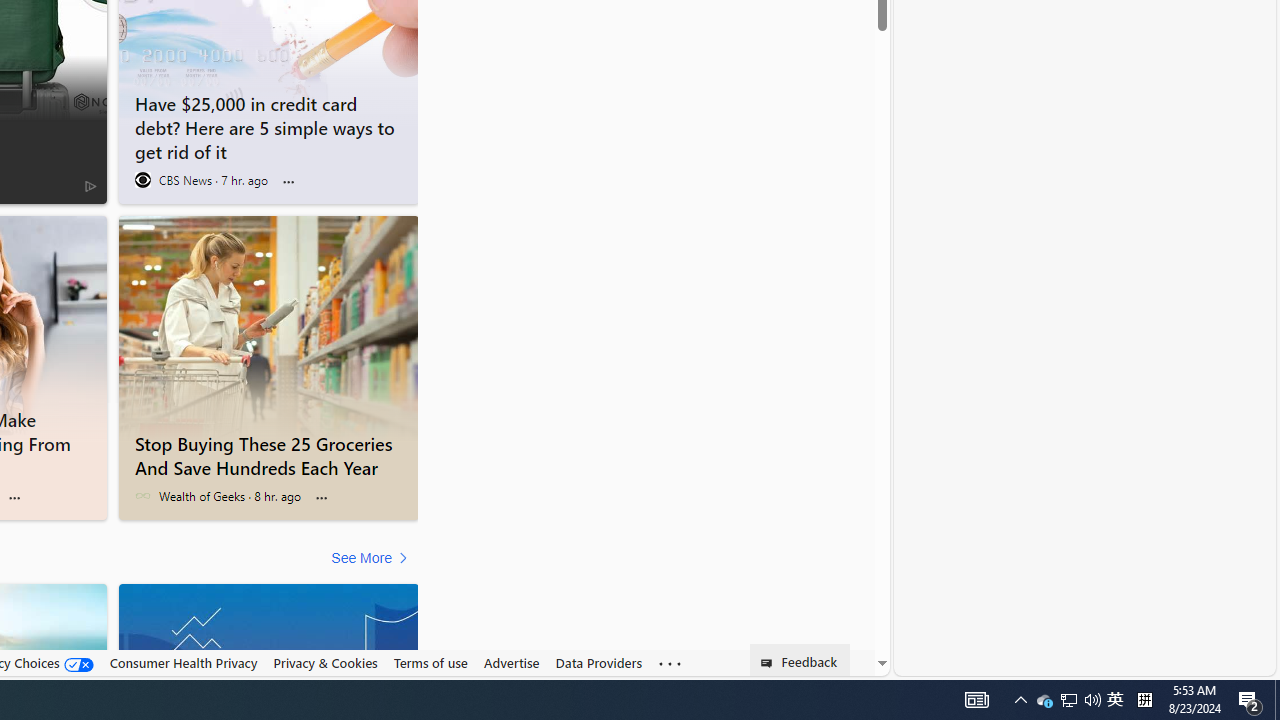  I want to click on 'CBS News', so click(141, 180).